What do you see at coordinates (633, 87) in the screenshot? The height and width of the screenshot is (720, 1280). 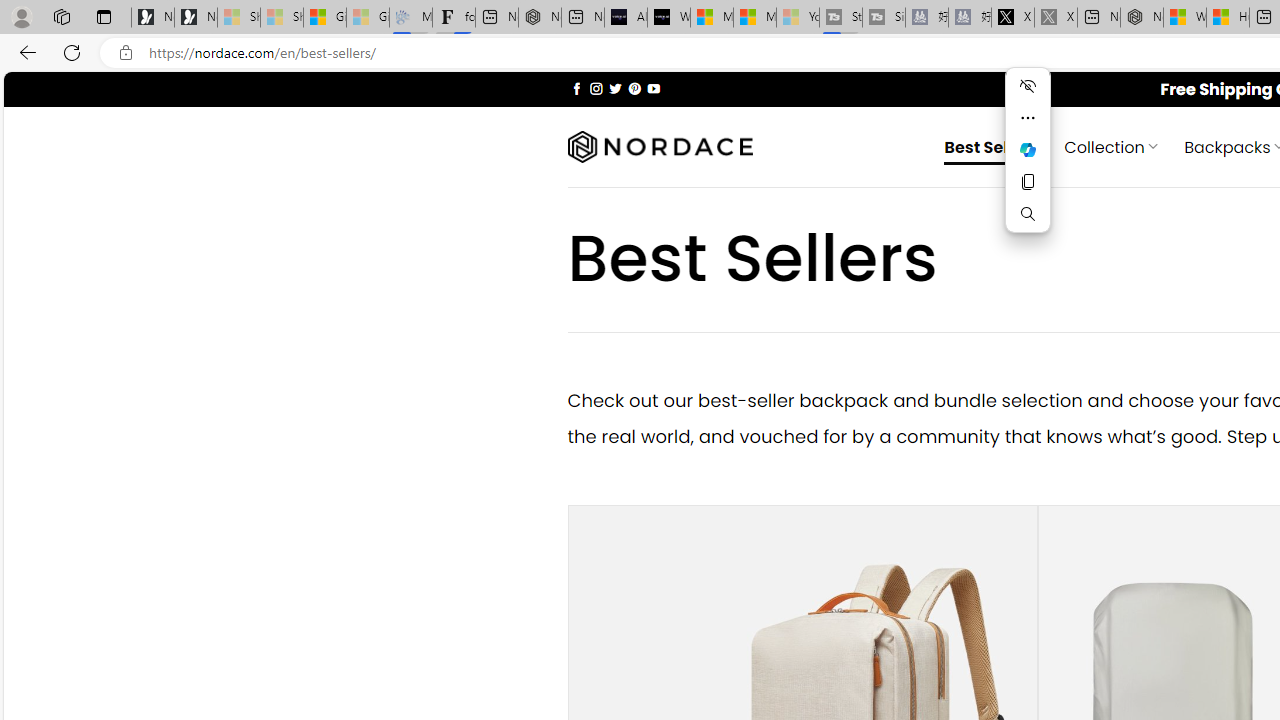 I see `'Follow on Pinterest'` at bounding box center [633, 87].